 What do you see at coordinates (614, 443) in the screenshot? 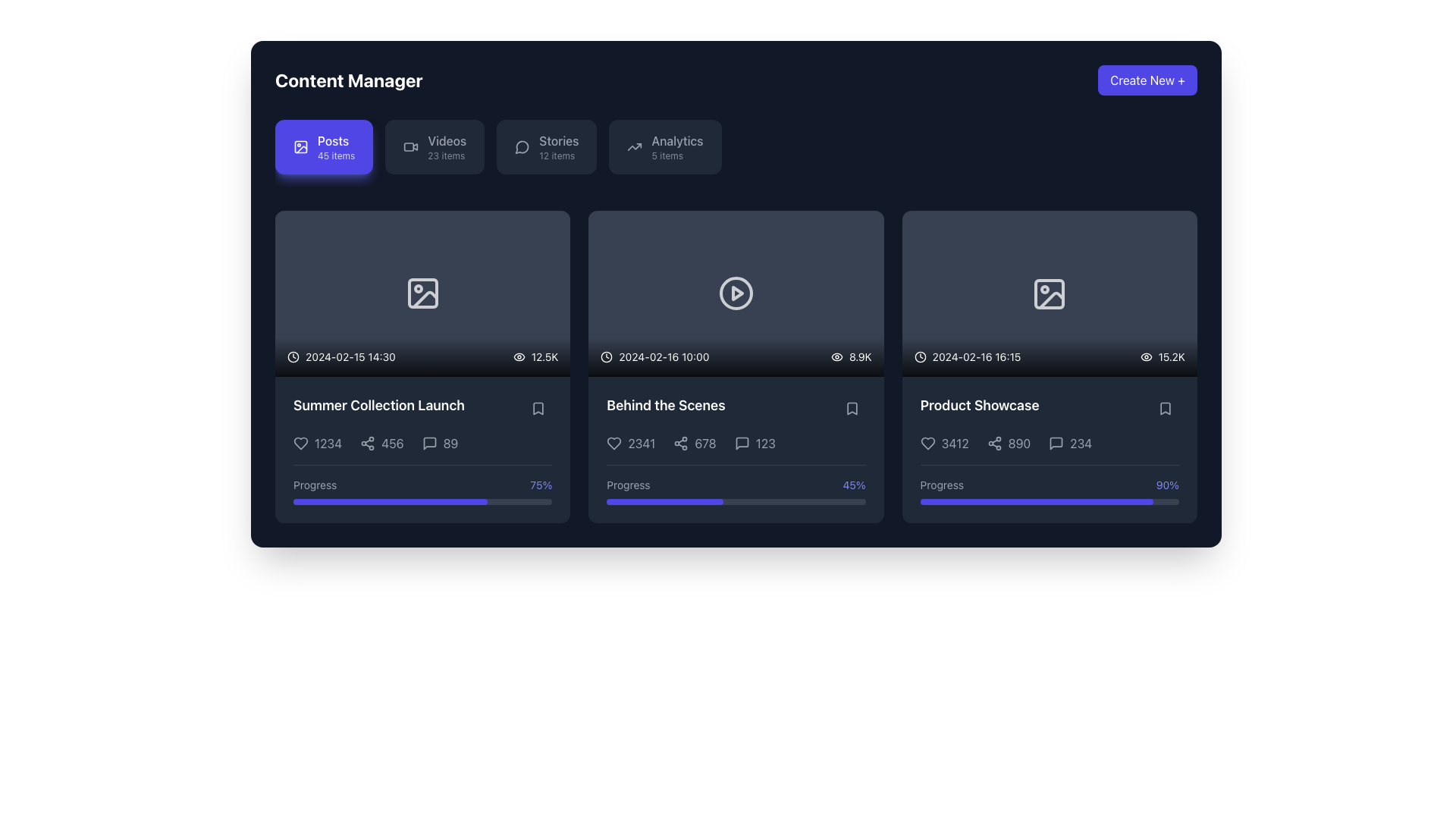
I see `the small, dark heart-shaped icon with a hollow center located in the lower section of the 'Behind the Scenes' card, to the left of the numerical indication '2341' for additional information` at bounding box center [614, 443].